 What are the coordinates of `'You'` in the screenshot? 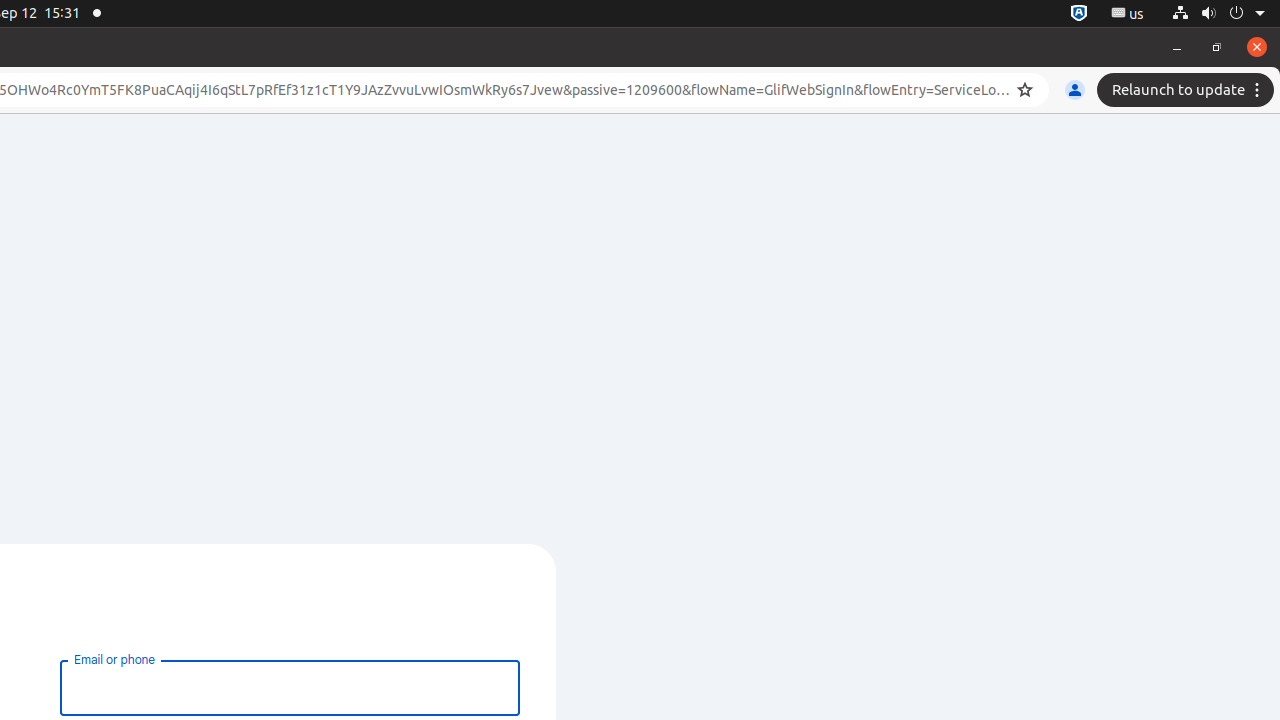 It's located at (1073, 90).